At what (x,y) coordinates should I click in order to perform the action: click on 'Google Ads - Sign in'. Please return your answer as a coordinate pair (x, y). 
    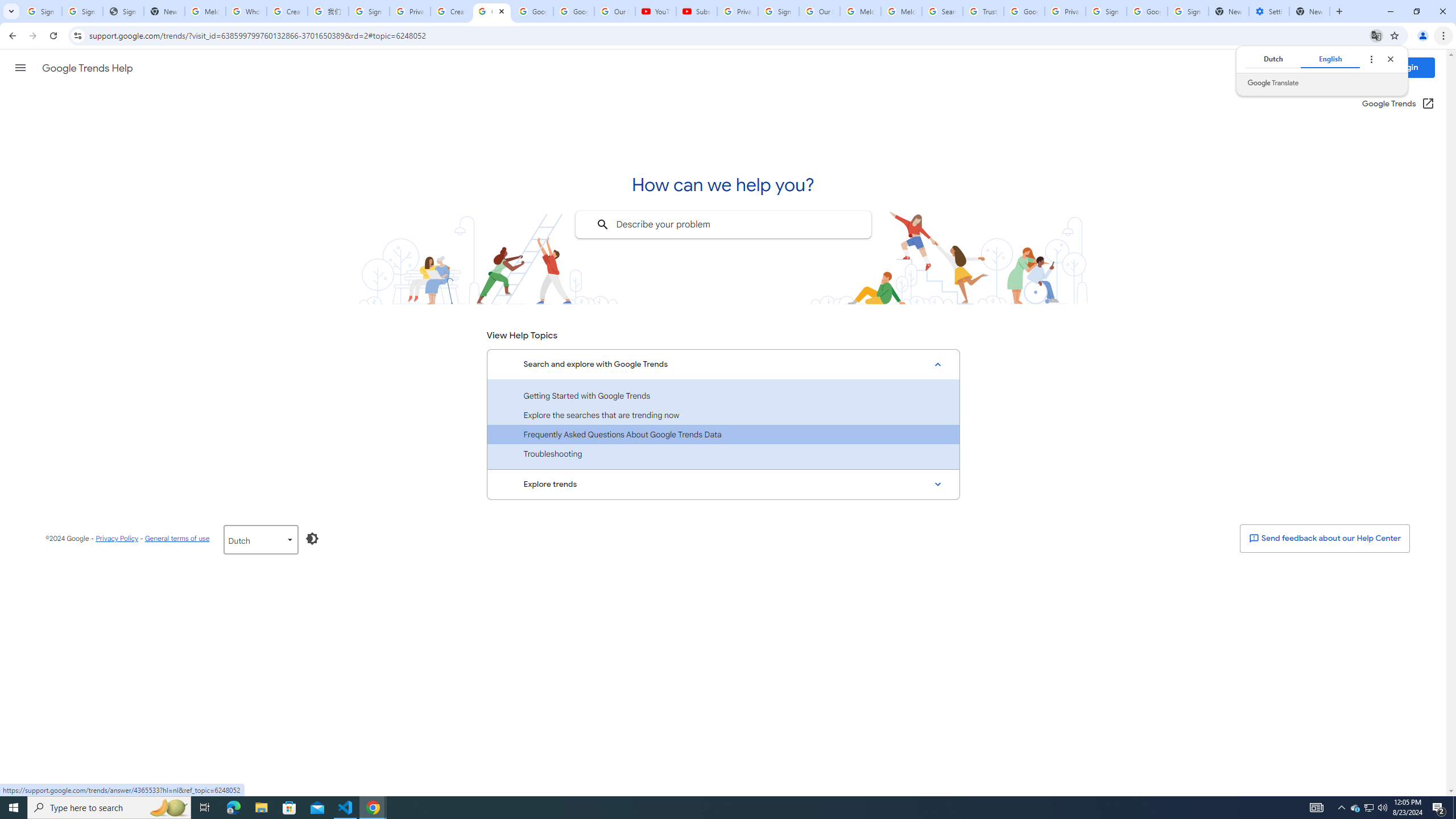
    Looking at the image, I should click on (1023, 11).